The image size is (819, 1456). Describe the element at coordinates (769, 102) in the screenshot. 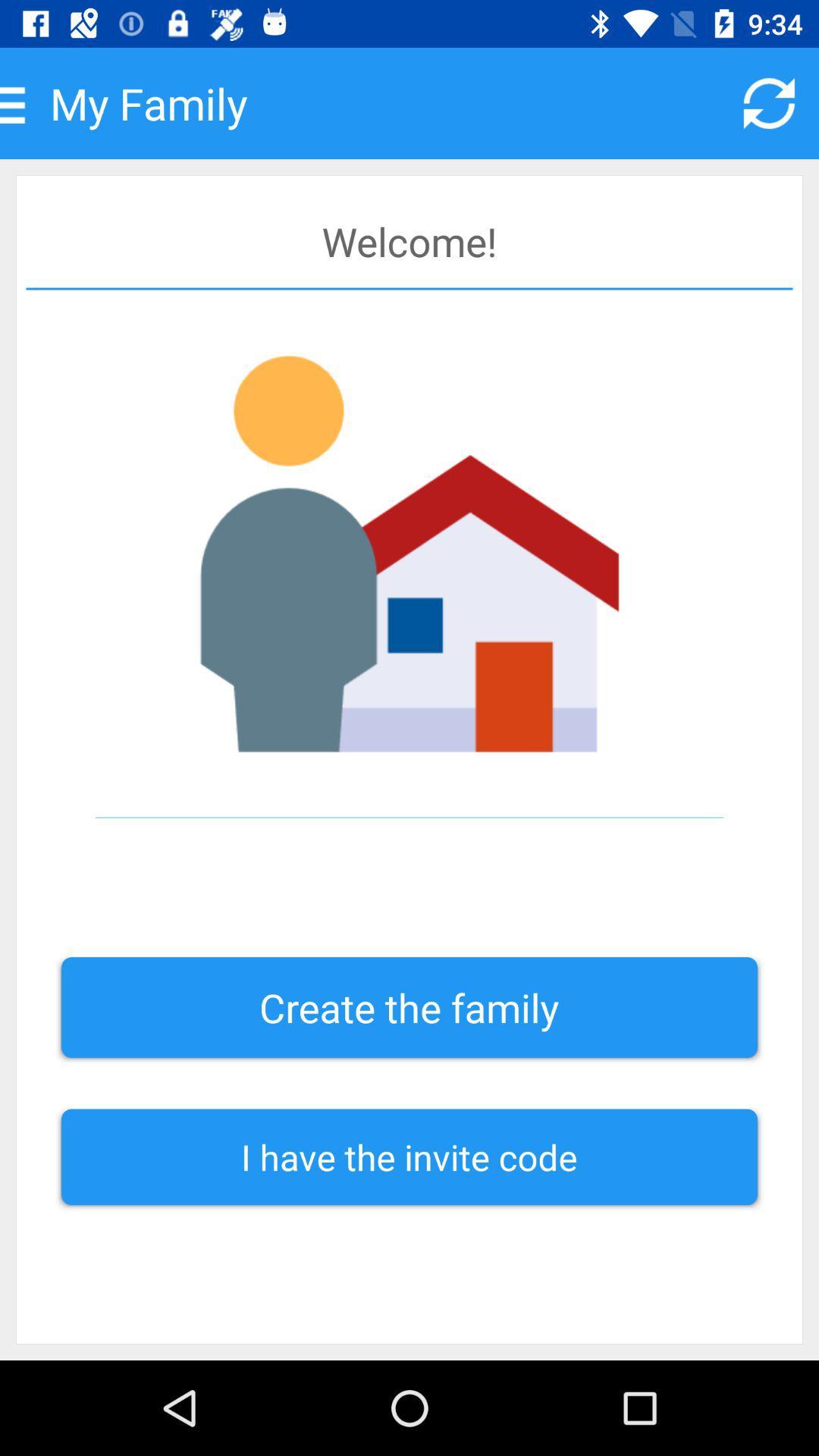

I see `item next to my family icon` at that location.